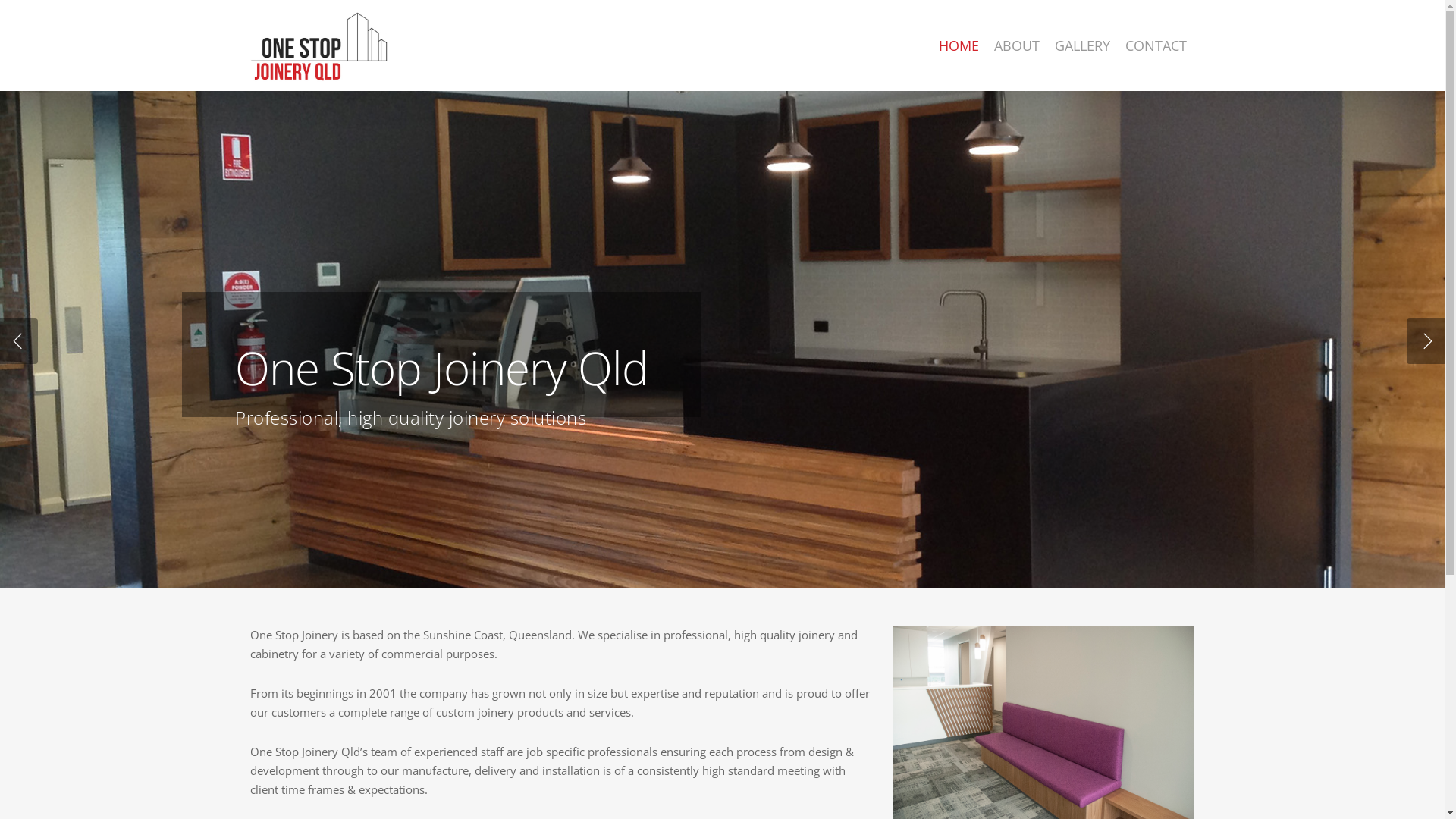  Describe the element at coordinates (1081, 45) in the screenshot. I see `'GALLERY'` at that location.